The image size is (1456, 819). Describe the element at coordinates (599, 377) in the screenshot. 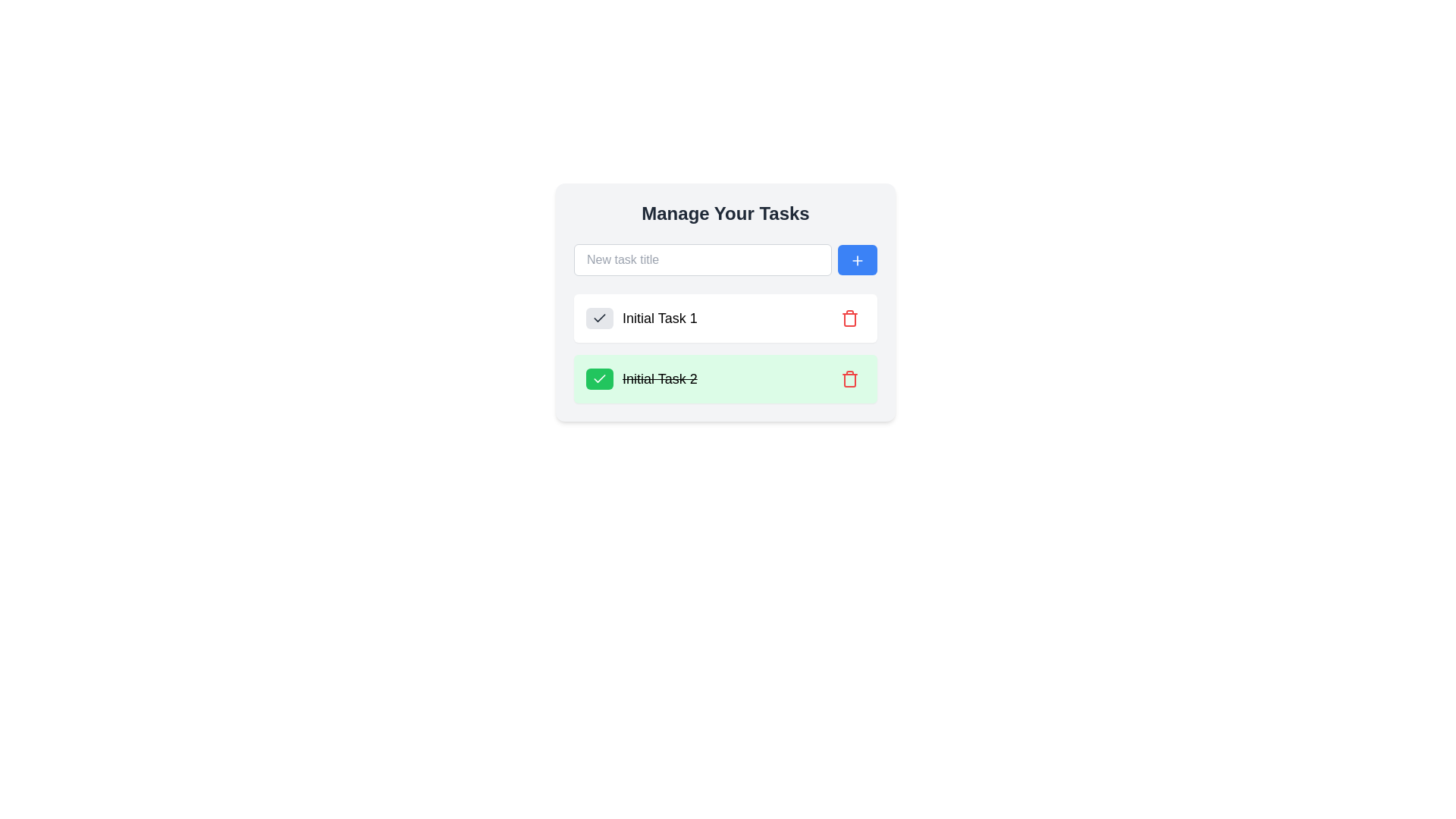

I see `the checkmark icon representing the task 'Initial Task 2' to modify its status by clicking on its row` at that location.